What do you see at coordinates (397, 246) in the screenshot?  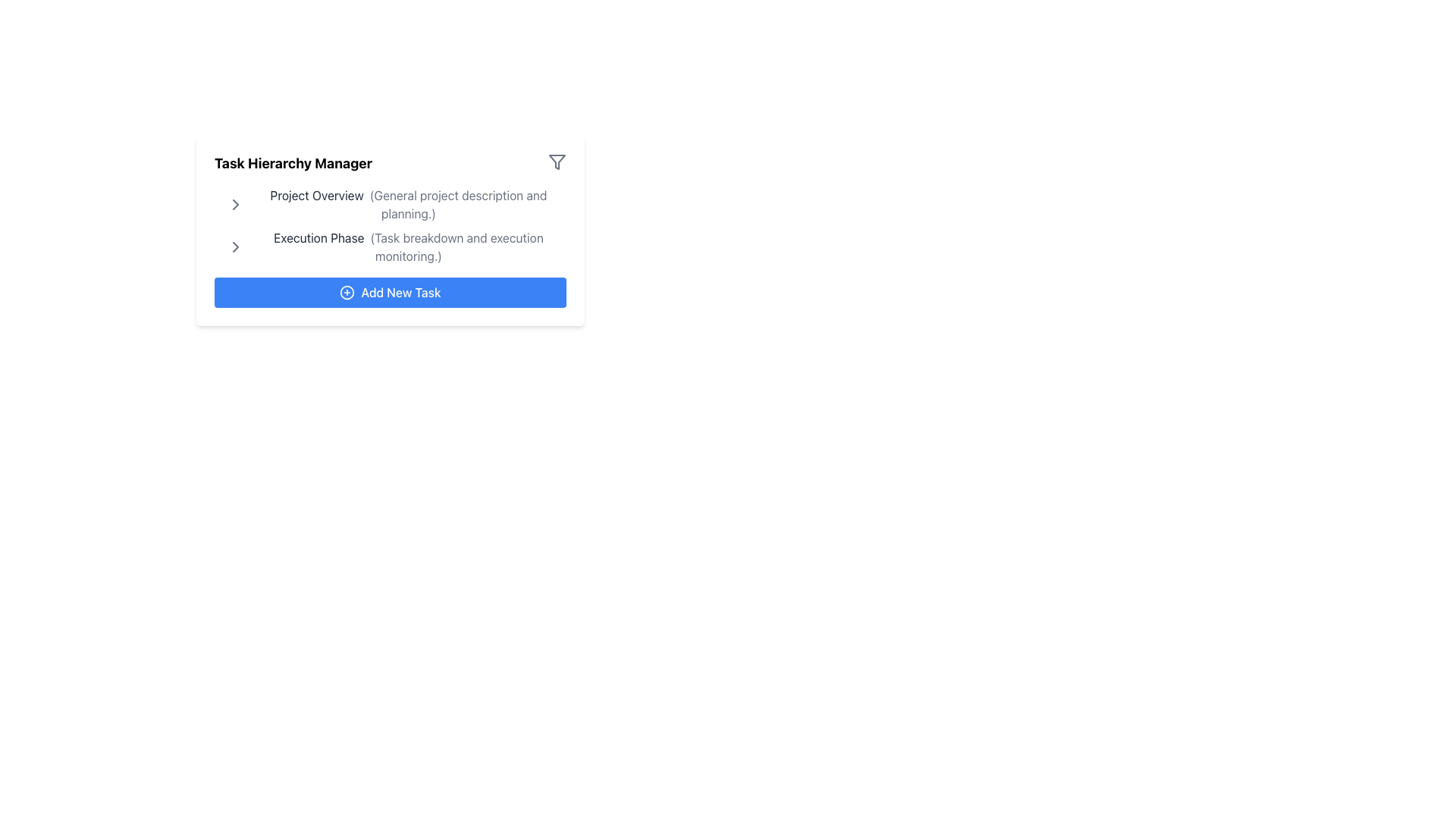 I see `the label that displays the text 'Execution Phase(Task breakdown and execution monitoring.)'` at bounding box center [397, 246].